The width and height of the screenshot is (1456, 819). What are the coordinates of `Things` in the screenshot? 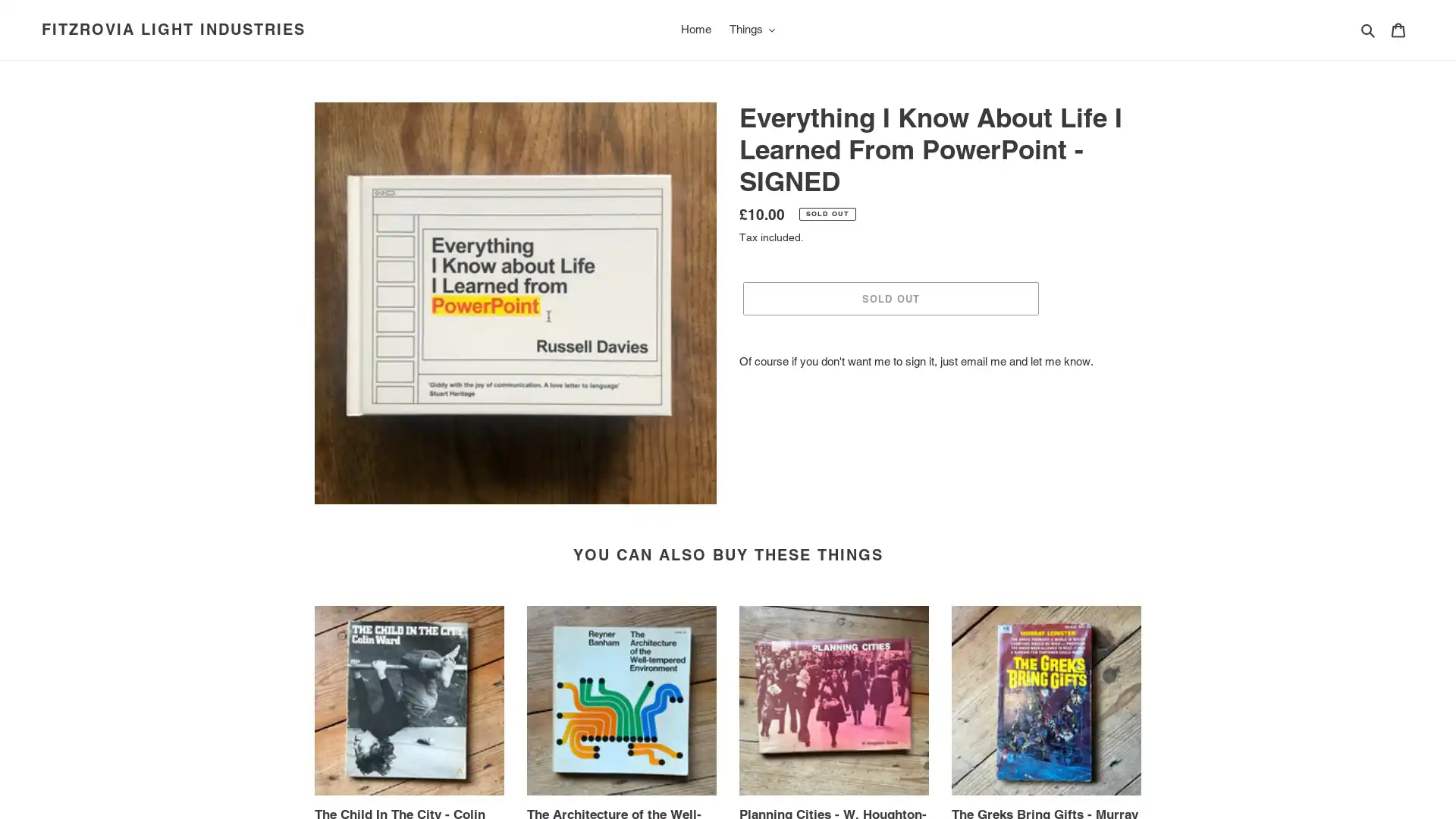 It's located at (752, 29).